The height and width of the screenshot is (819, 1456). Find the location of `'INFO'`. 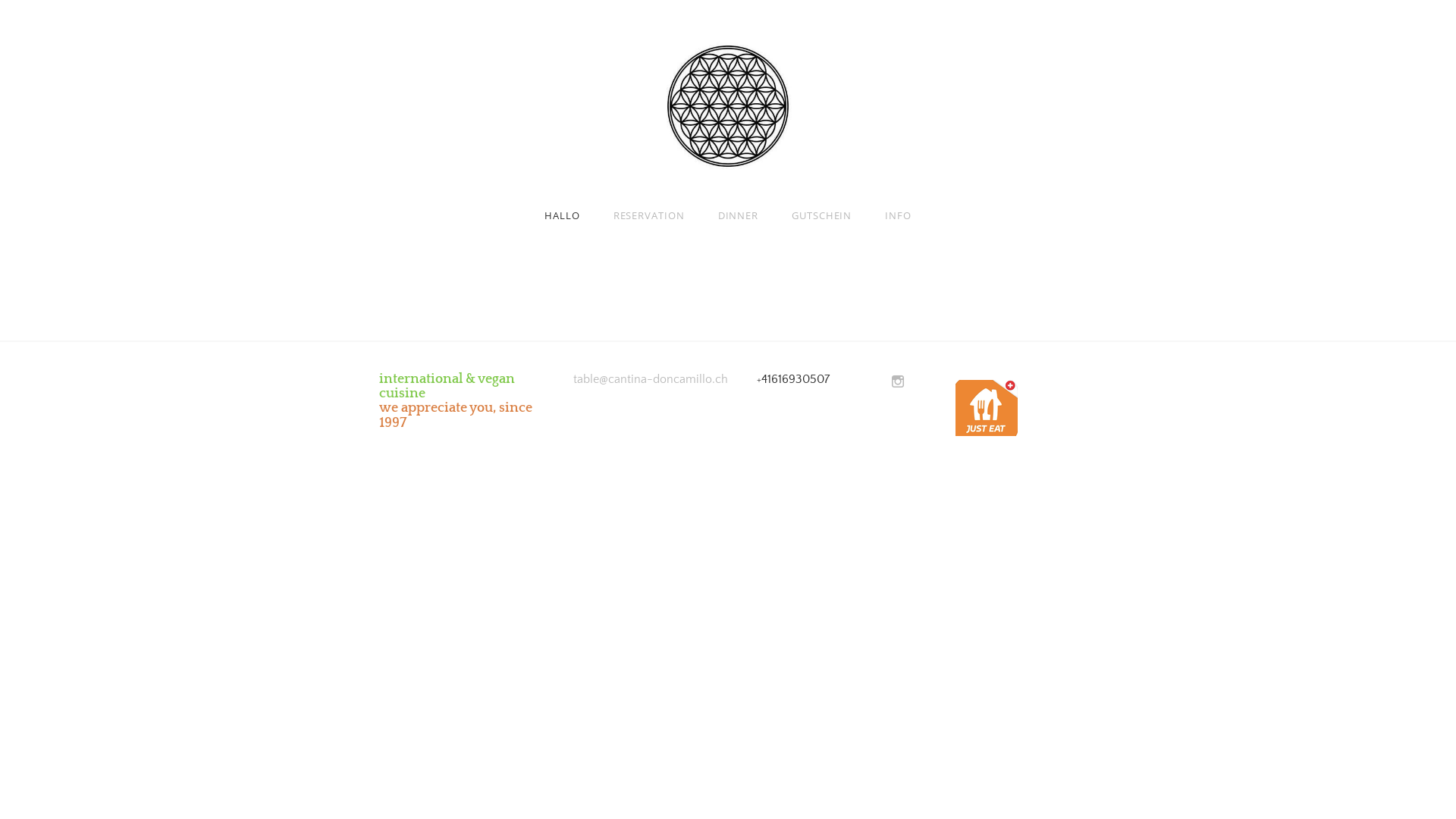

'INFO' is located at coordinates (898, 215).